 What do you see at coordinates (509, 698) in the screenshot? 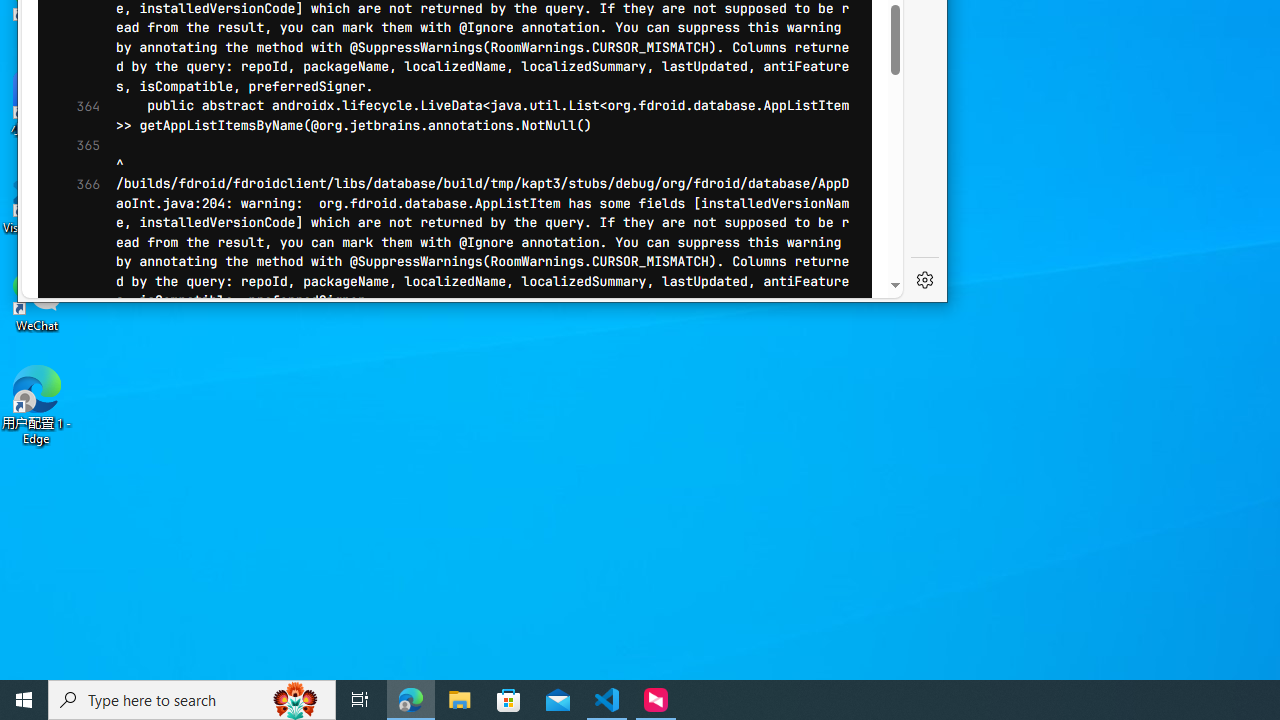
I see `'Microsoft Store'` at bounding box center [509, 698].